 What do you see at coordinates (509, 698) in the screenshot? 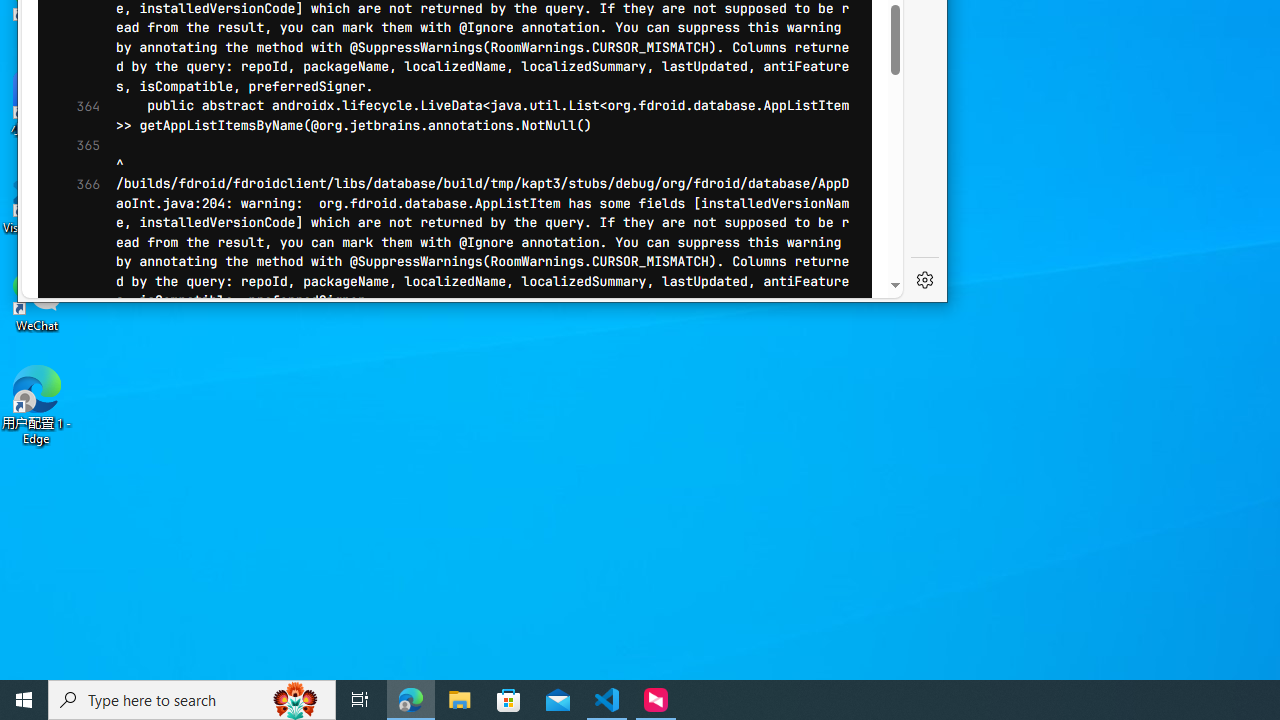
I see `'Microsoft Store'` at bounding box center [509, 698].